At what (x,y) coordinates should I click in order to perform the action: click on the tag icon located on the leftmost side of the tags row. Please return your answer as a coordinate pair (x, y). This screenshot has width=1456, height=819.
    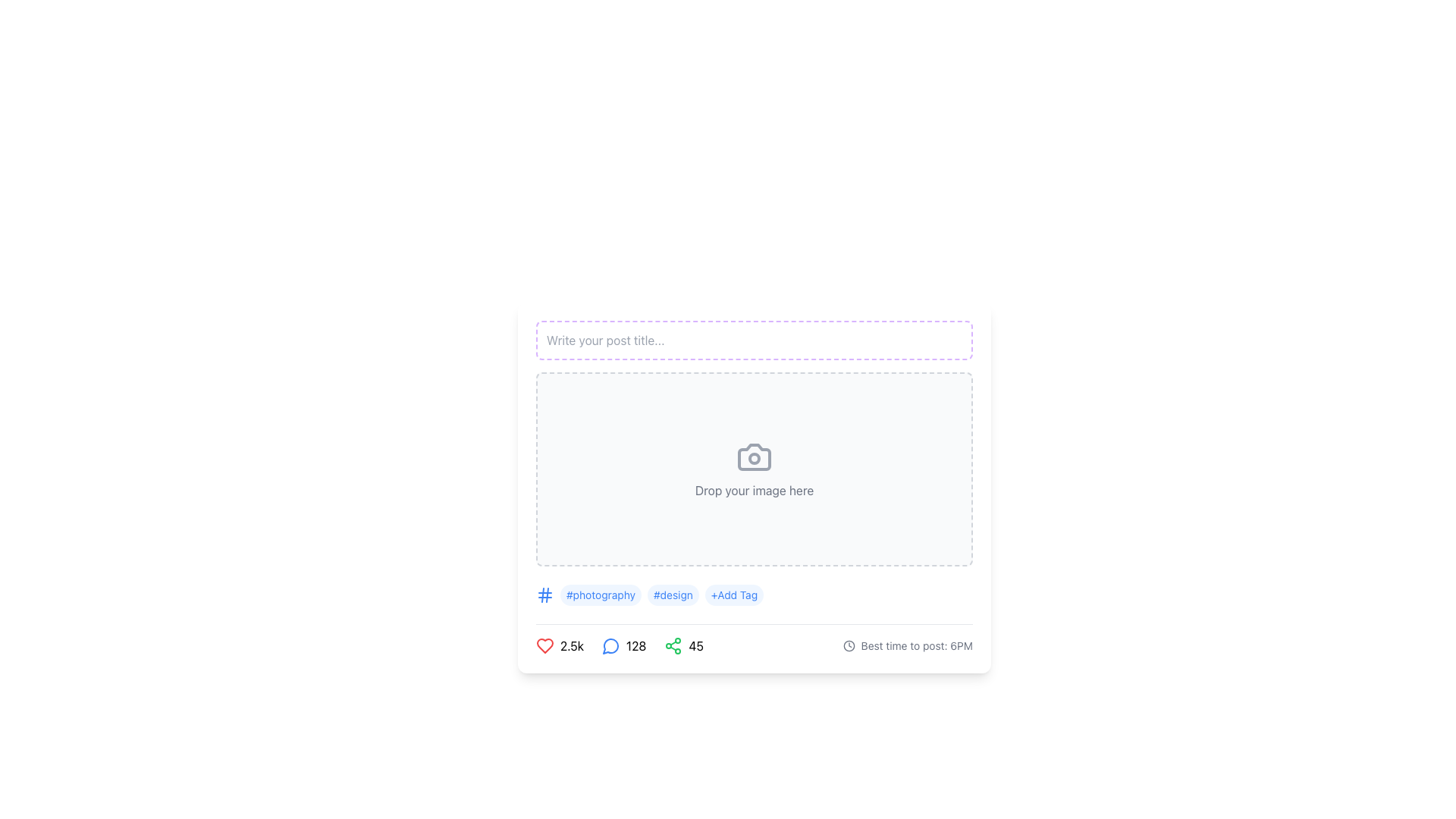
    Looking at the image, I should click on (545, 595).